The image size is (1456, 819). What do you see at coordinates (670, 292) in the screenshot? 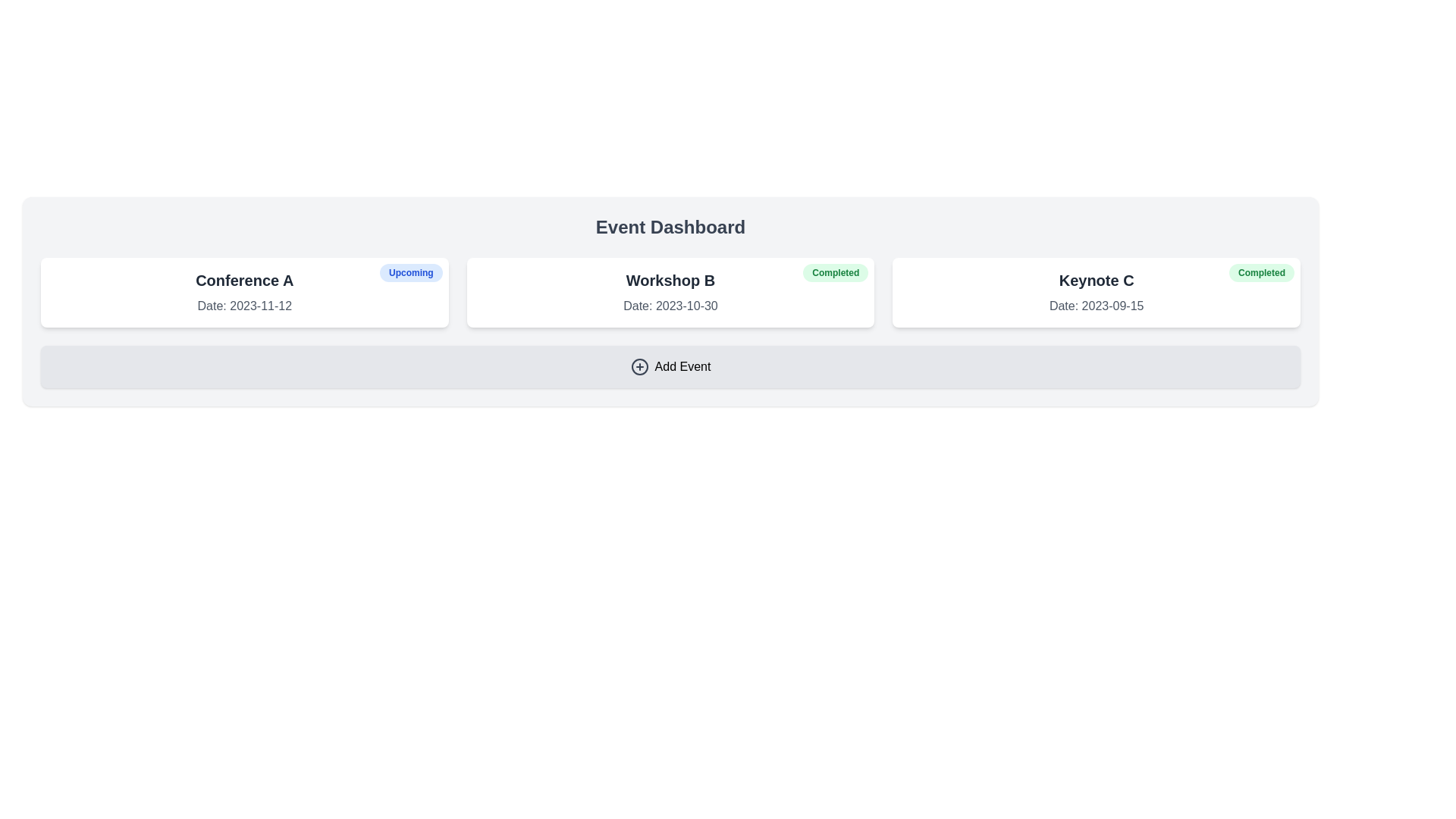
I see `the second card component titled 'Workshop B' with a 'Completed' status in the top-right corner` at bounding box center [670, 292].